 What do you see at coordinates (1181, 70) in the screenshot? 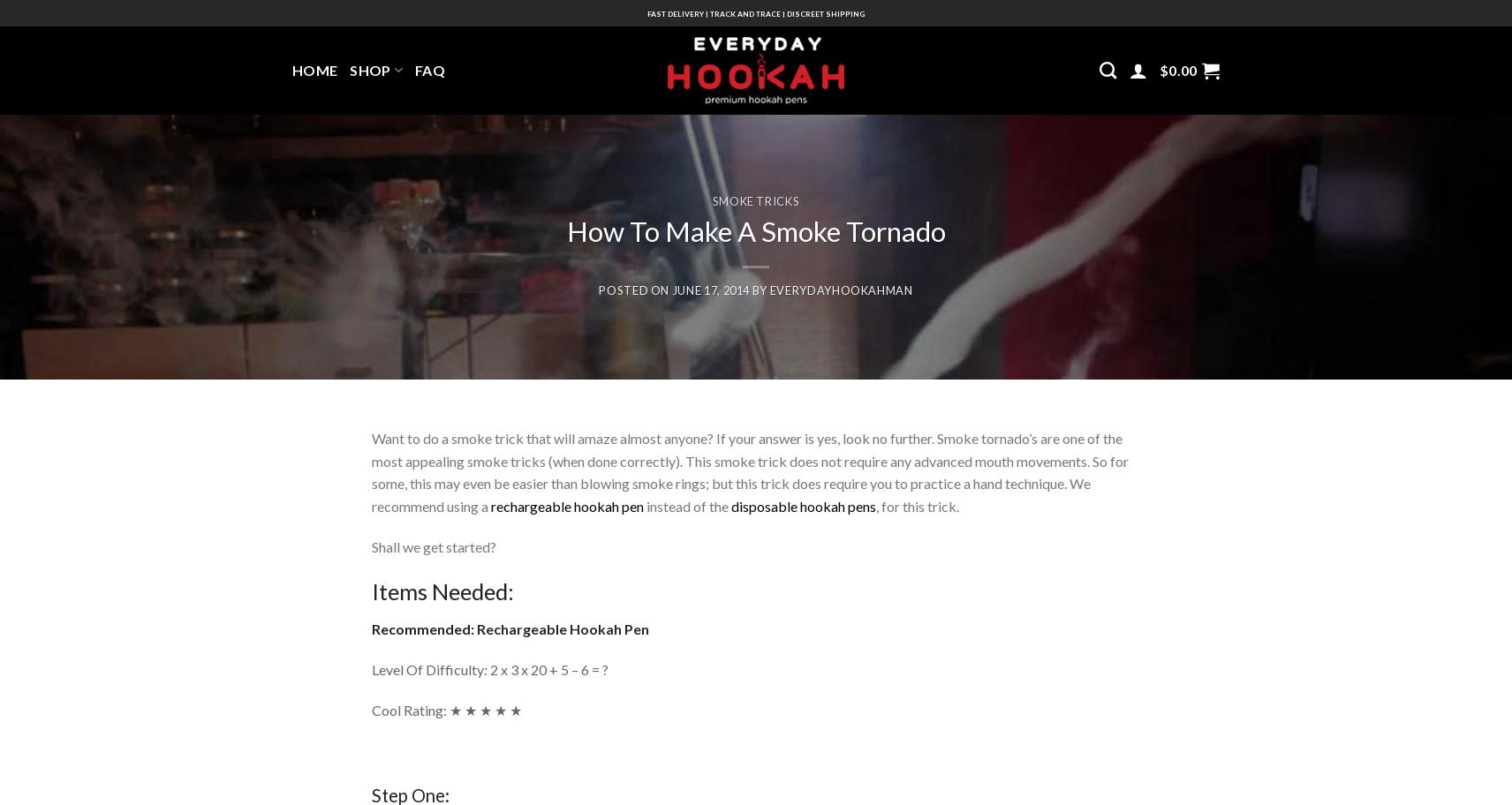
I see `'0.00'` at bounding box center [1181, 70].